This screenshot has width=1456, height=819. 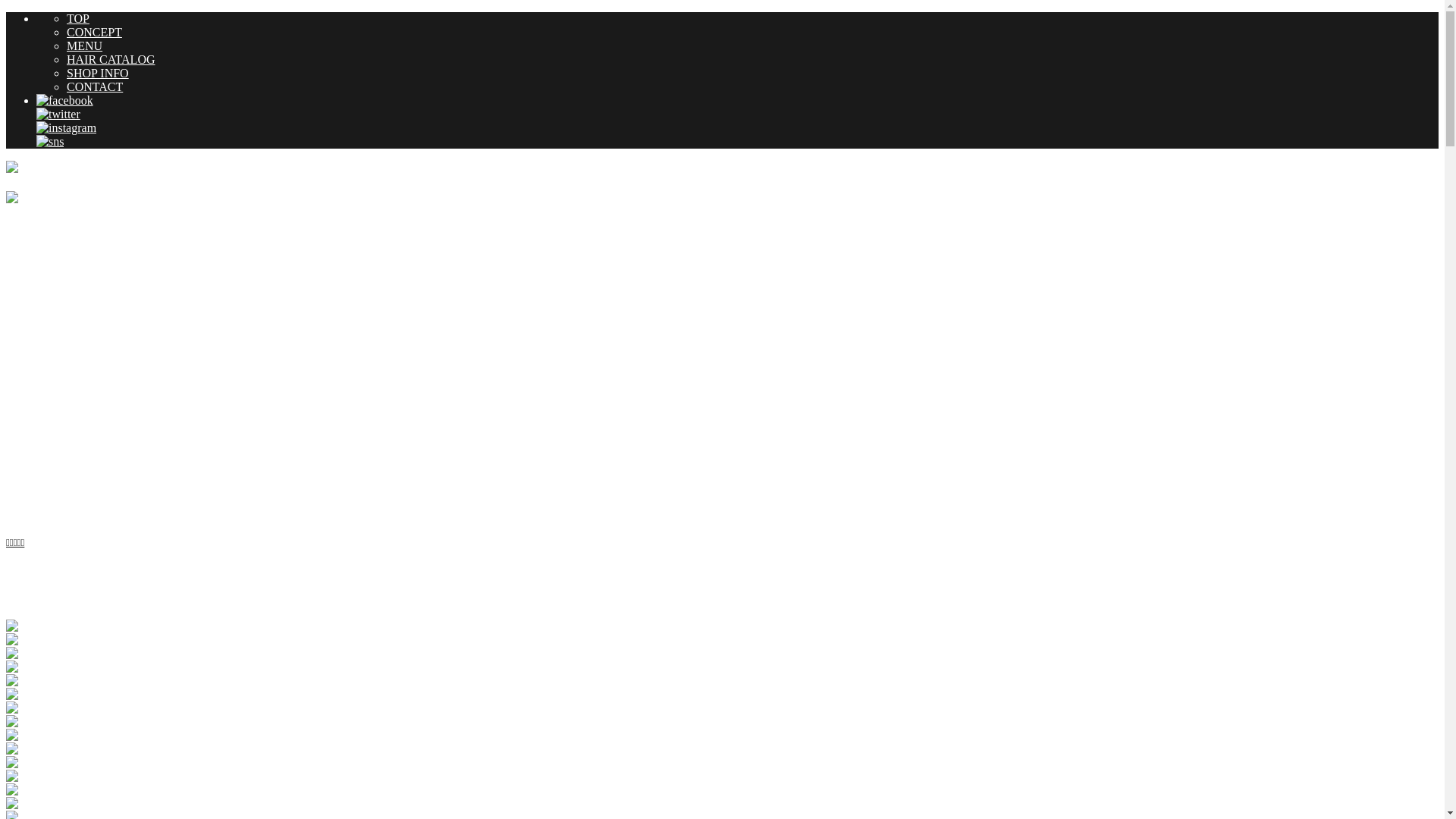 What do you see at coordinates (93, 32) in the screenshot?
I see `'CONCEPT'` at bounding box center [93, 32].